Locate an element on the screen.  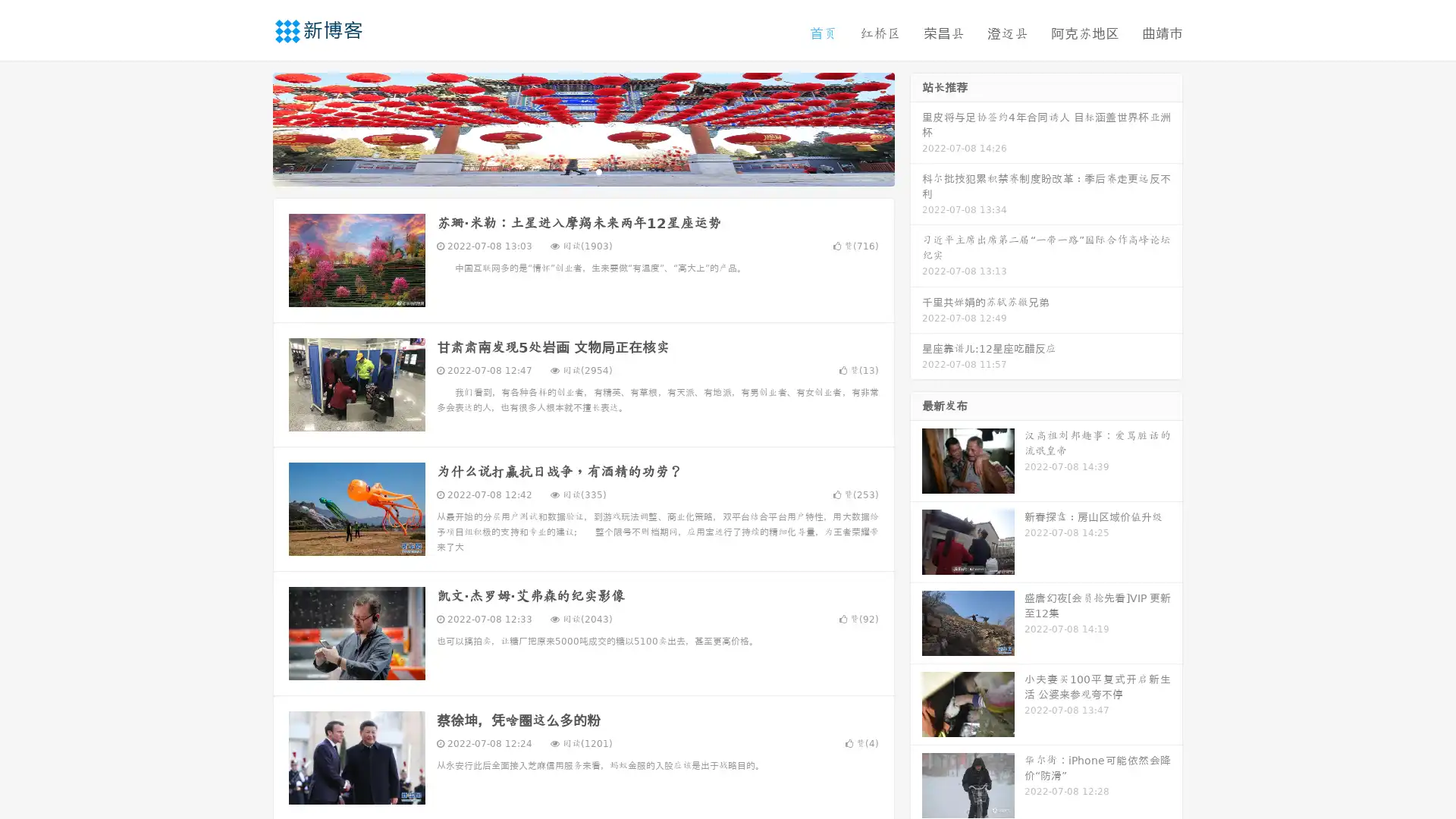
Go to slide 1 is located at coordinates (567, 171).